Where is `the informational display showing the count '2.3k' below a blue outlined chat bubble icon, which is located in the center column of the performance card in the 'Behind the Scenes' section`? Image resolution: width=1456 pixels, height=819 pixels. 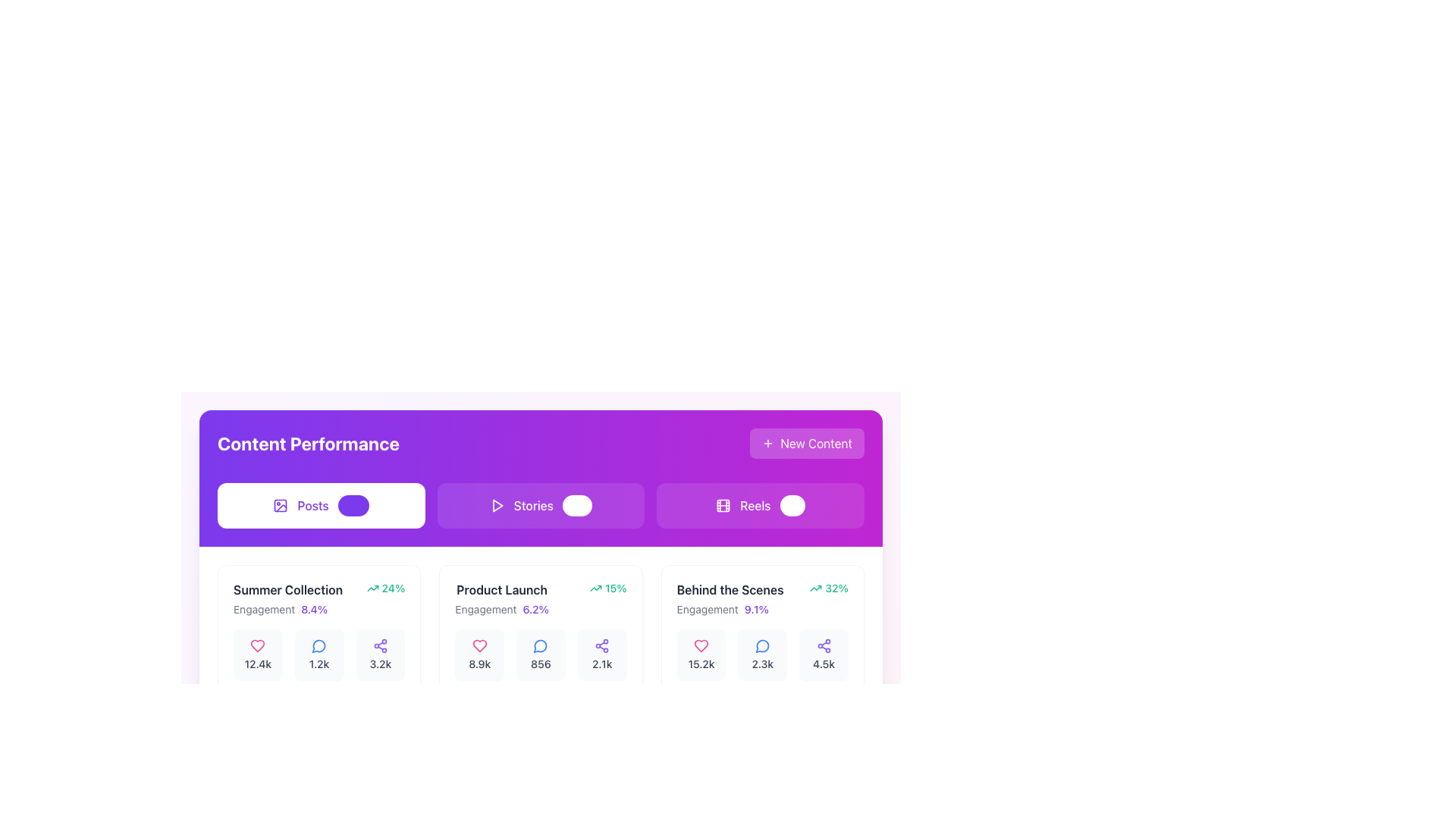 the informational display showing the count '2.3k' below a blue outlined chat bubble icon, which is located in the center column of the performance card in the 'Behind the Scenes' section is located at coordinates (762, 654).